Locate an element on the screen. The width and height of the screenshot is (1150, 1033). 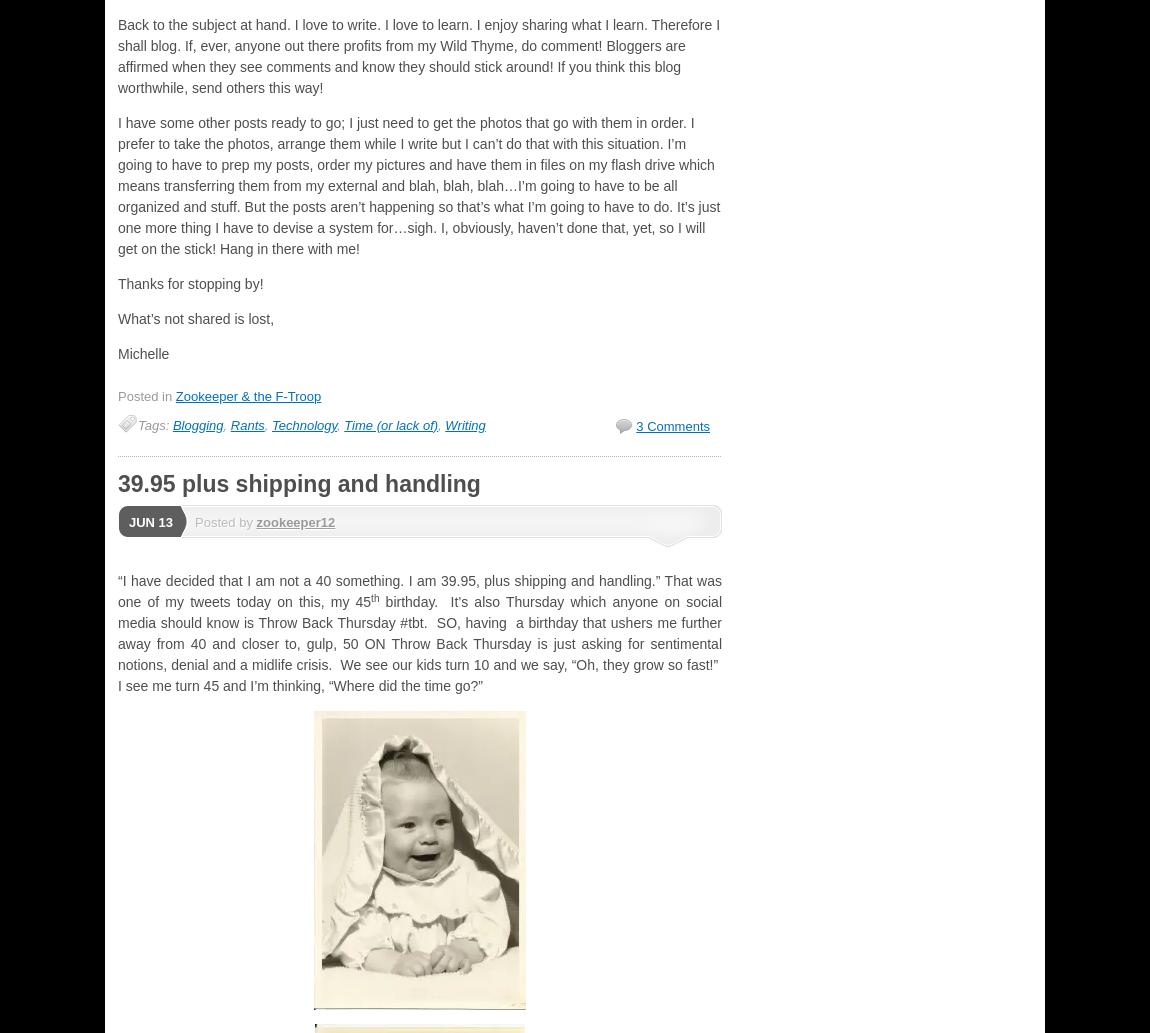
'Jun 13' is located at coordinates (149, 521).